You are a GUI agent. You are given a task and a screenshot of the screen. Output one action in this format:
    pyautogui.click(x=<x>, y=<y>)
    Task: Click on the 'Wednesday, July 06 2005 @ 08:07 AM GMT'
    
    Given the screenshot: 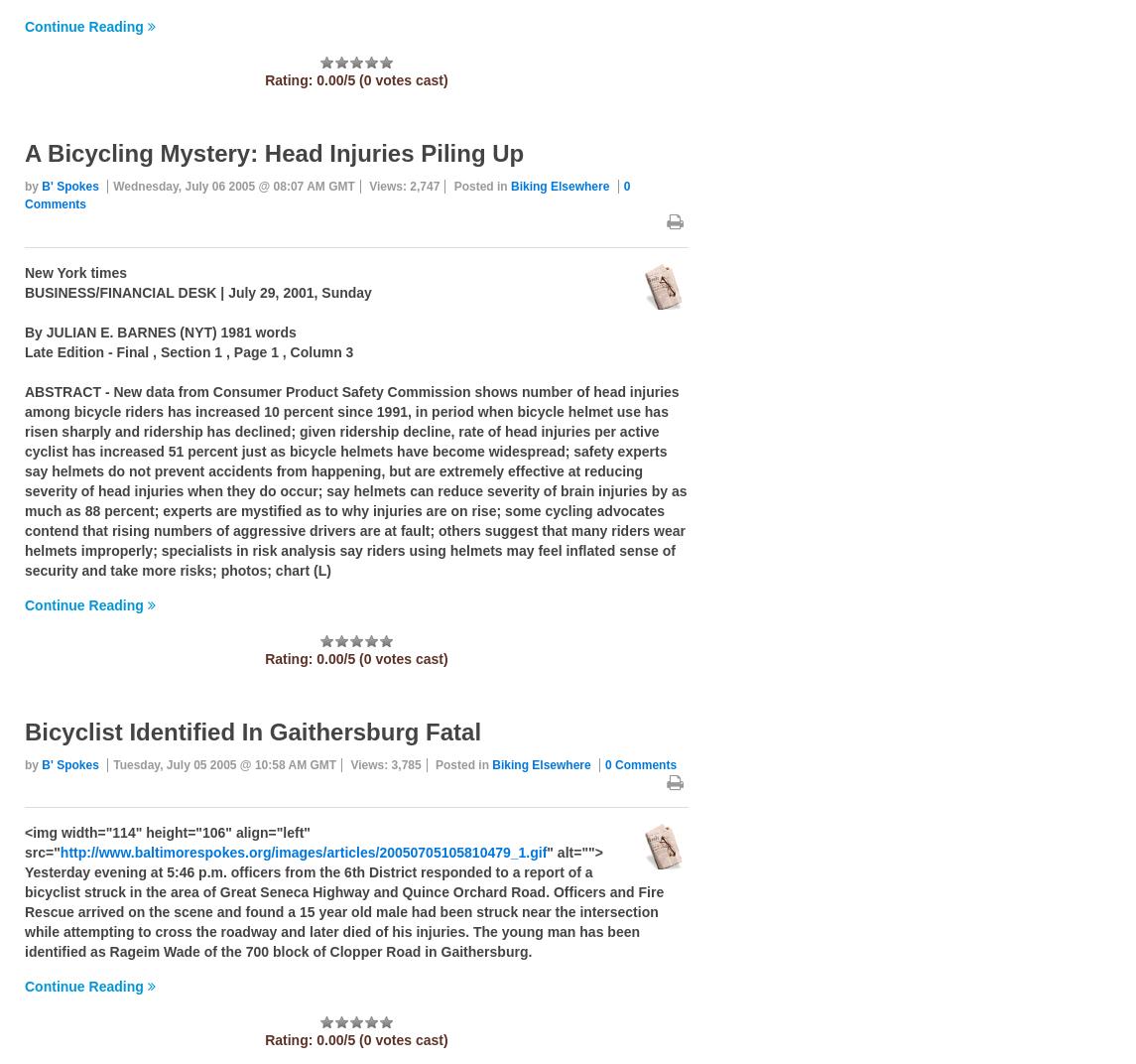 What is the action you would take?
    pyautogui.click(x=232, y=186)
    